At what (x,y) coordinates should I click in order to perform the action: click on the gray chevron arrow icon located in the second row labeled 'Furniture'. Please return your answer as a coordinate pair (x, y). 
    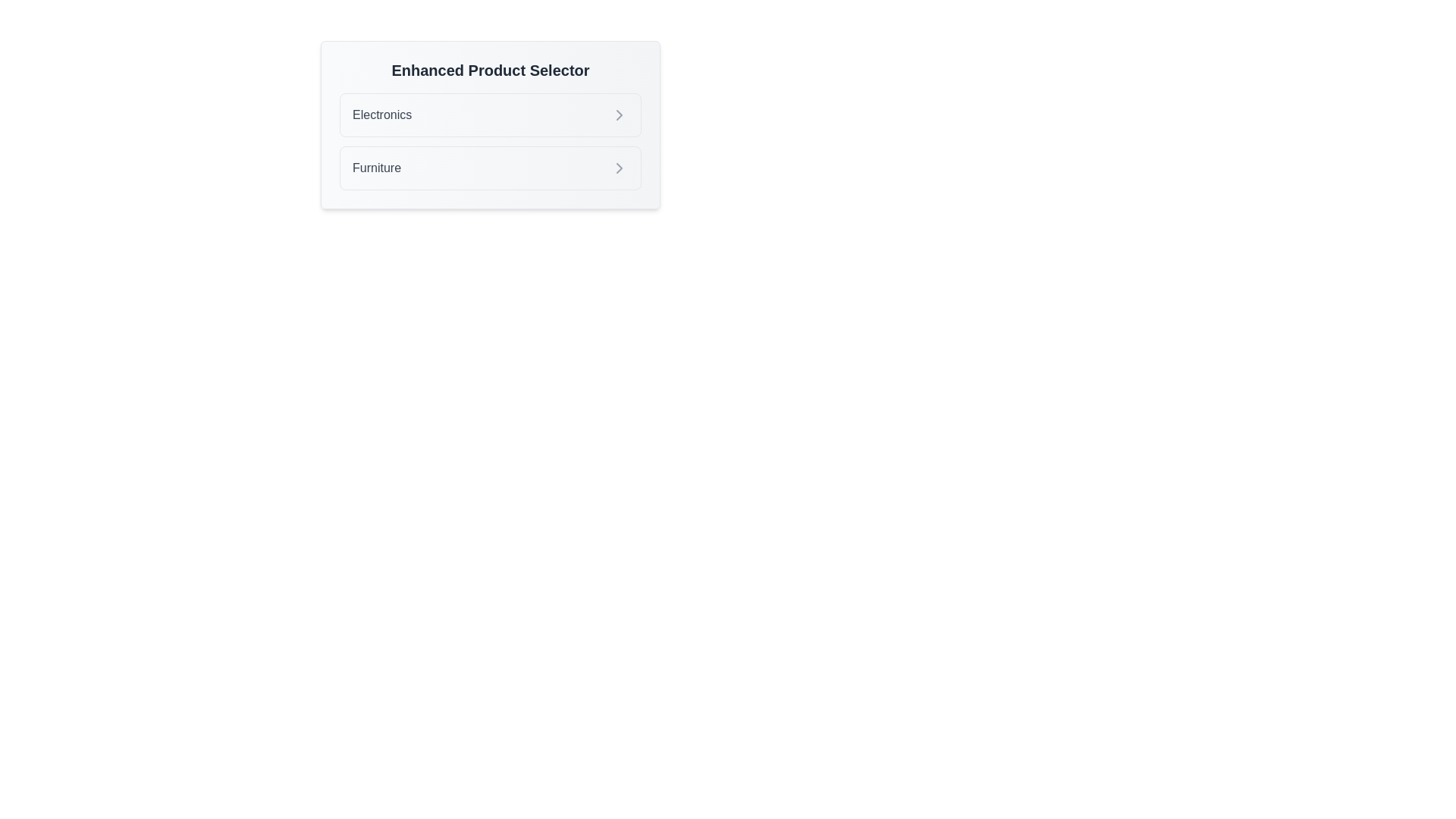
    Looking at the image, I should click on (619, 168).